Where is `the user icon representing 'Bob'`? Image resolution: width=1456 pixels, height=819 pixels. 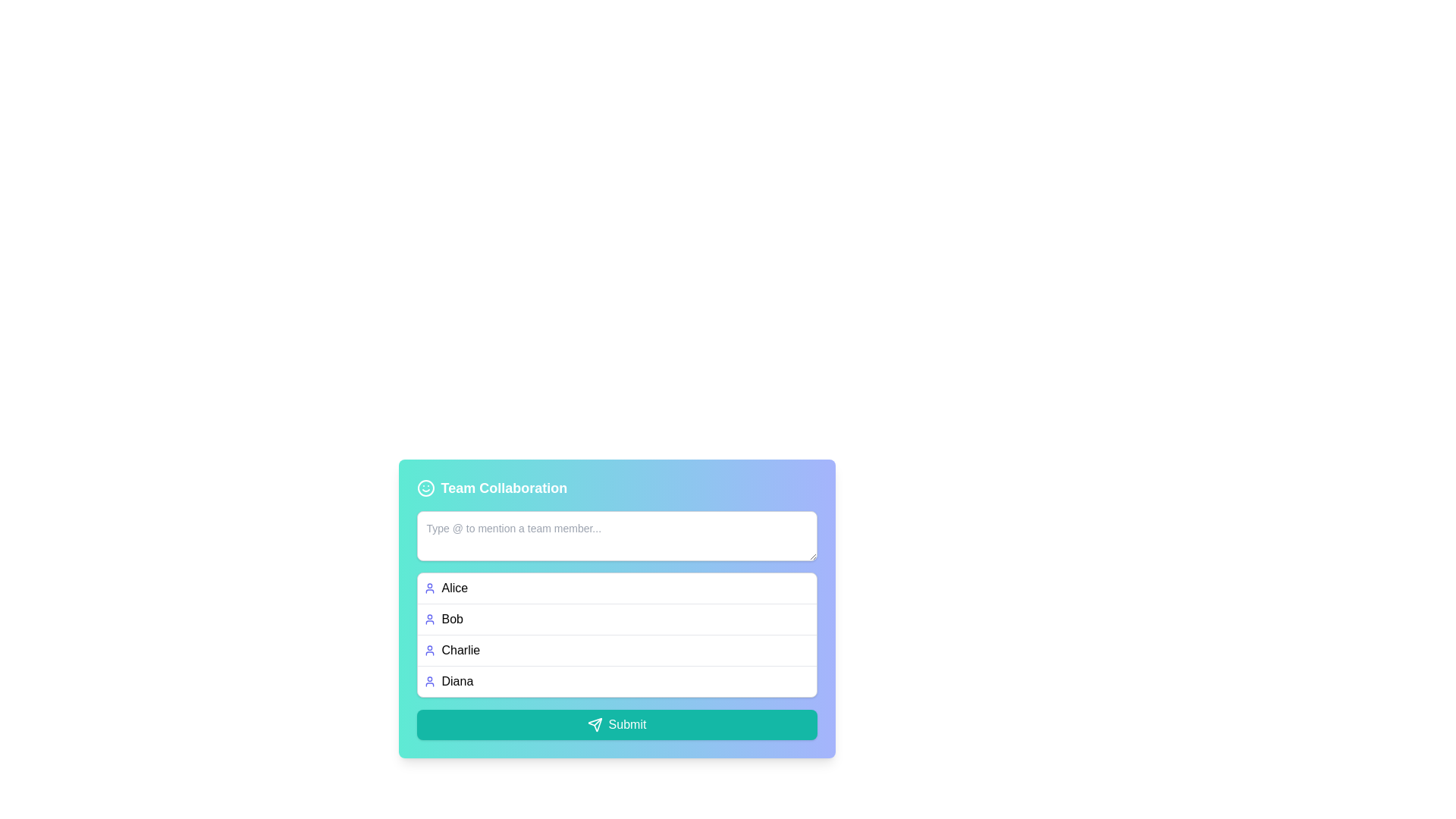
the user icon representing 'Bob' is located at coordinates (428, 620).